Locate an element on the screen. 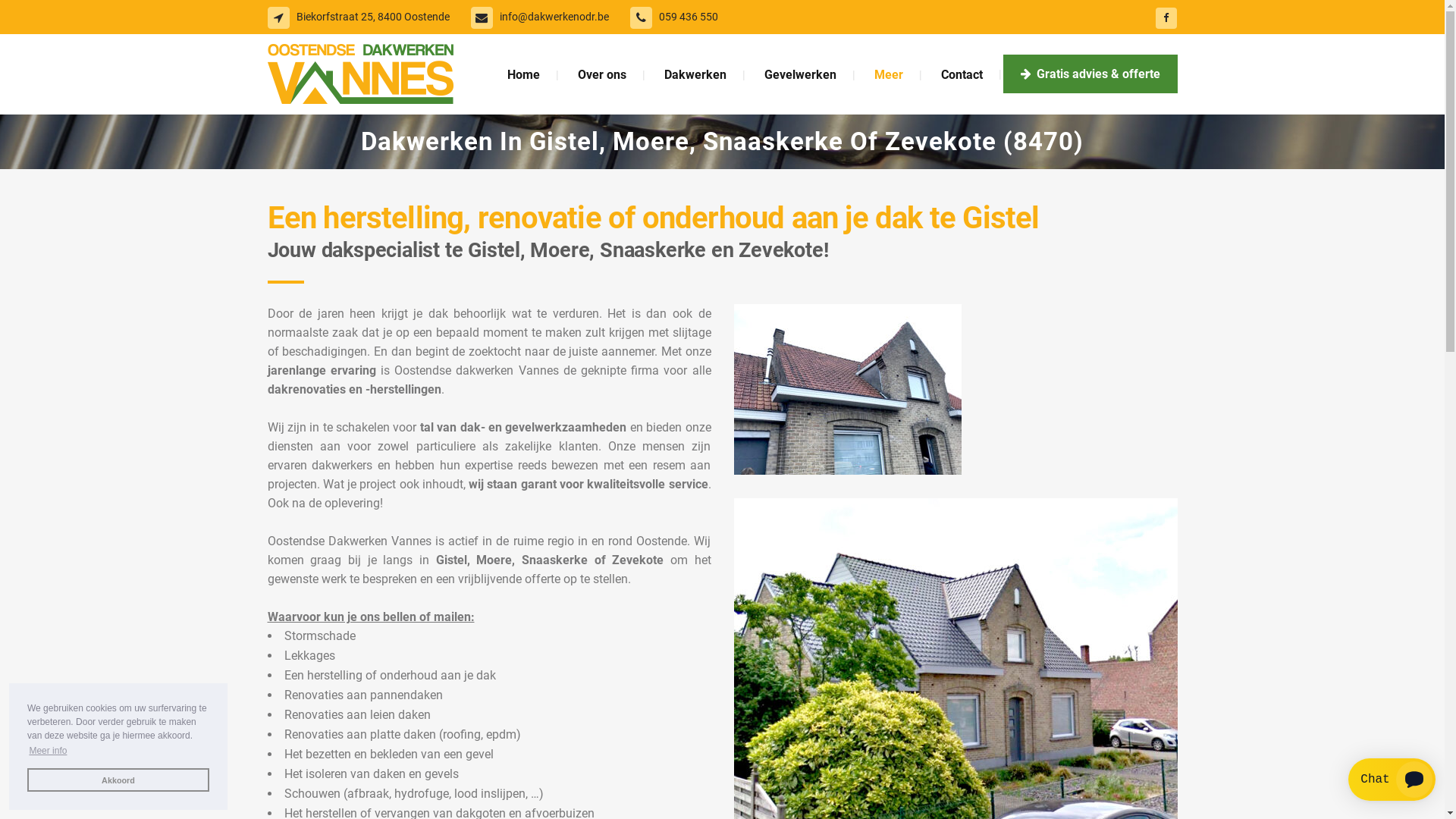 The height and width of the screenshot is (819, 1456). 'Smartsupp widget button' is located at coordinates (1392, 780).